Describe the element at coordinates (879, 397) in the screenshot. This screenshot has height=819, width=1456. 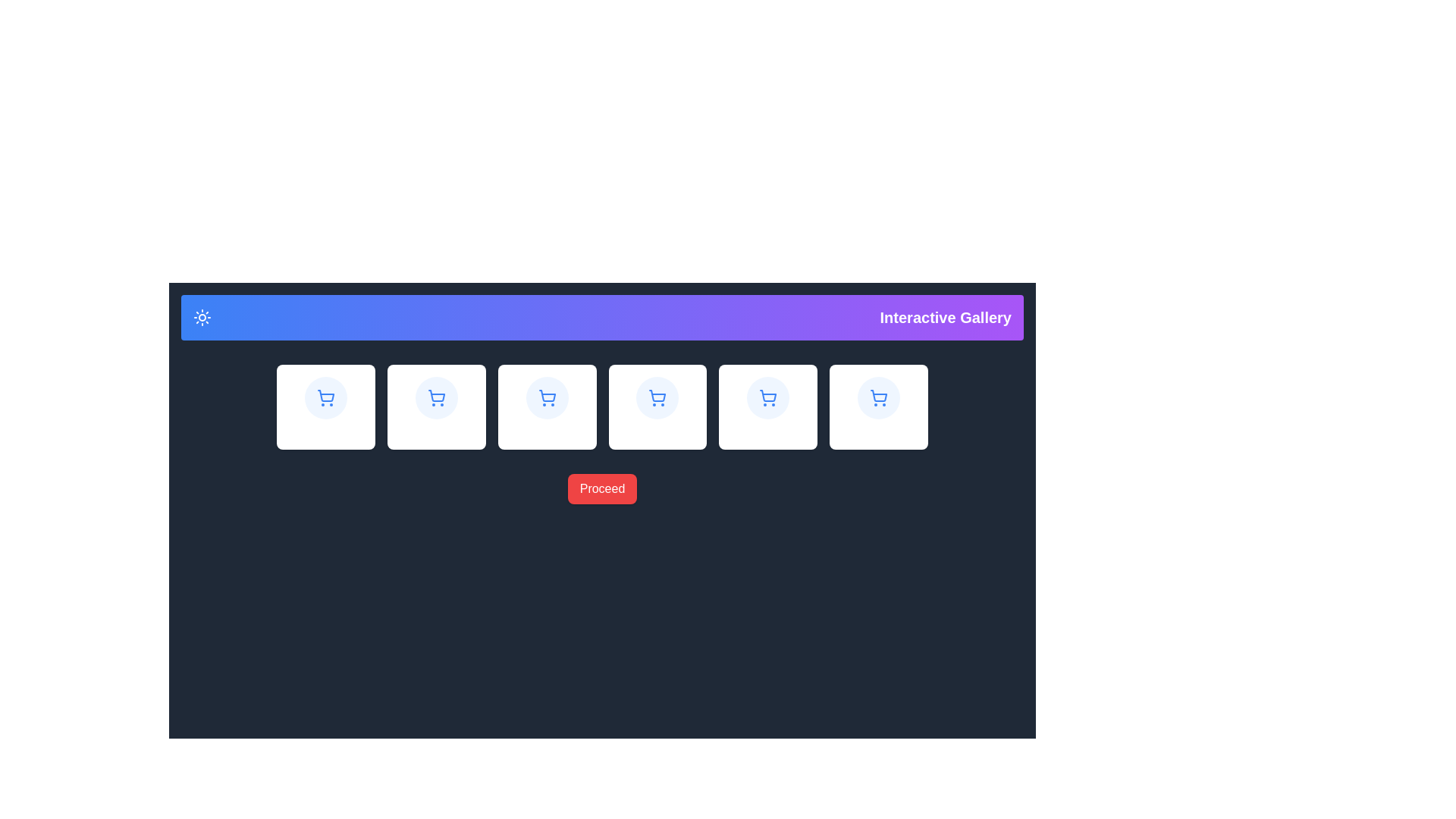
I see `the shopping action icon located at the bottom of the last card in the horizontal row of similar elements` at that location.